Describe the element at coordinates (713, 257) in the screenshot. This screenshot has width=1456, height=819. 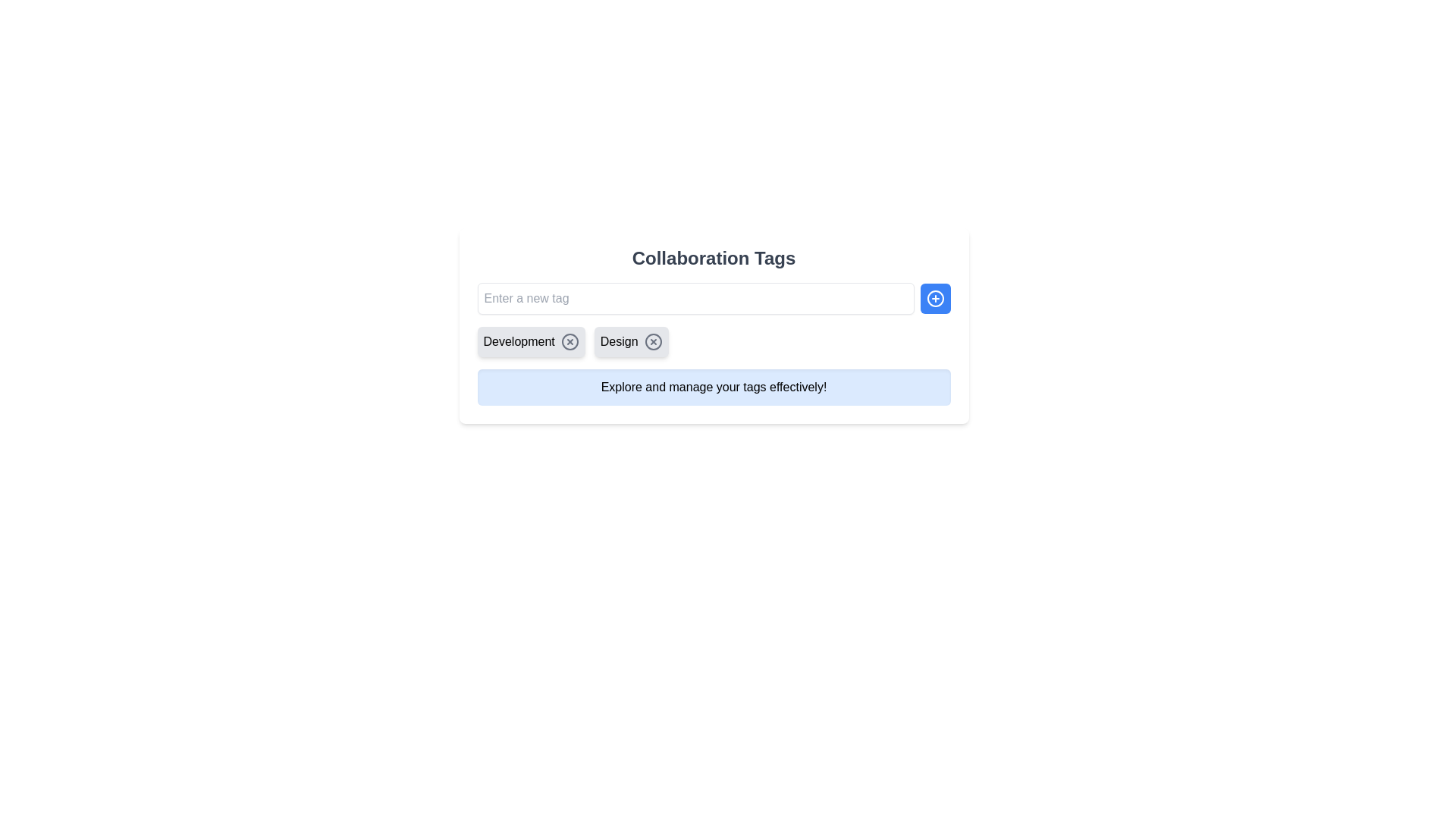
I see `the header text block that indicates 'Collaboration Tags' at the top-center of the interface` at that location.